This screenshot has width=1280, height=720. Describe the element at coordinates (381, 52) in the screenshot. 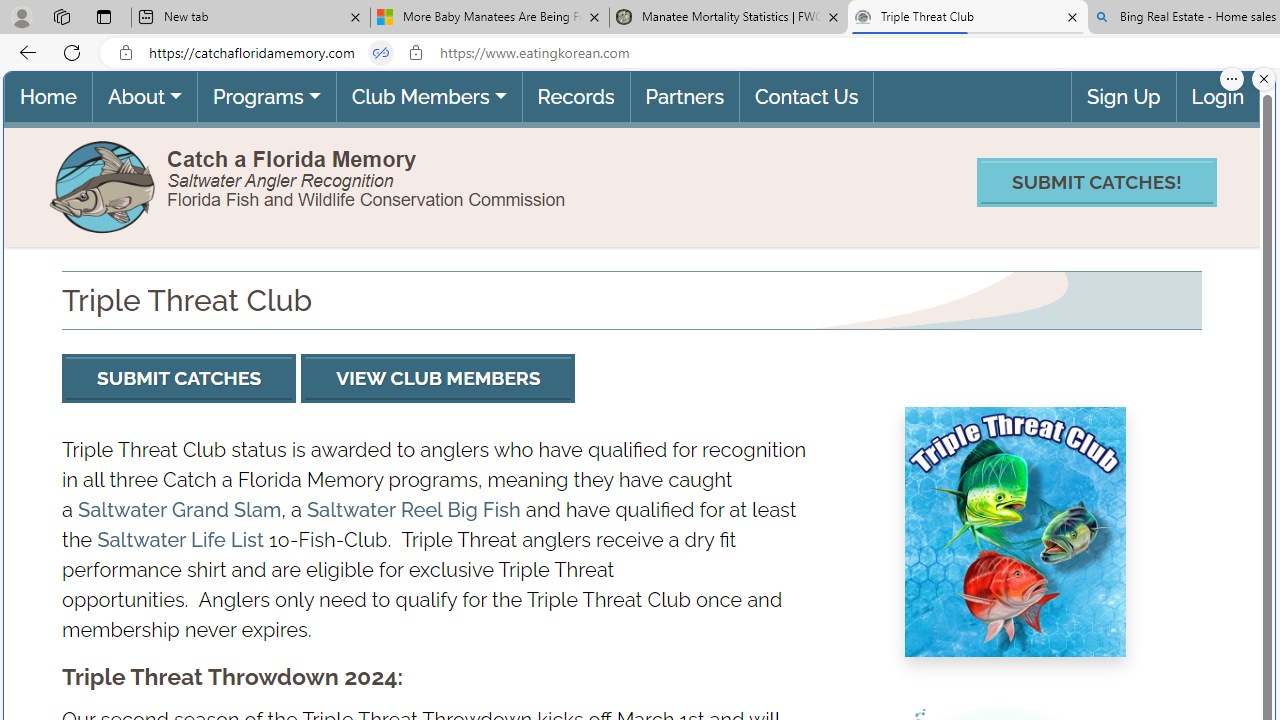

I see `'Tabs in split screen'` at that location.